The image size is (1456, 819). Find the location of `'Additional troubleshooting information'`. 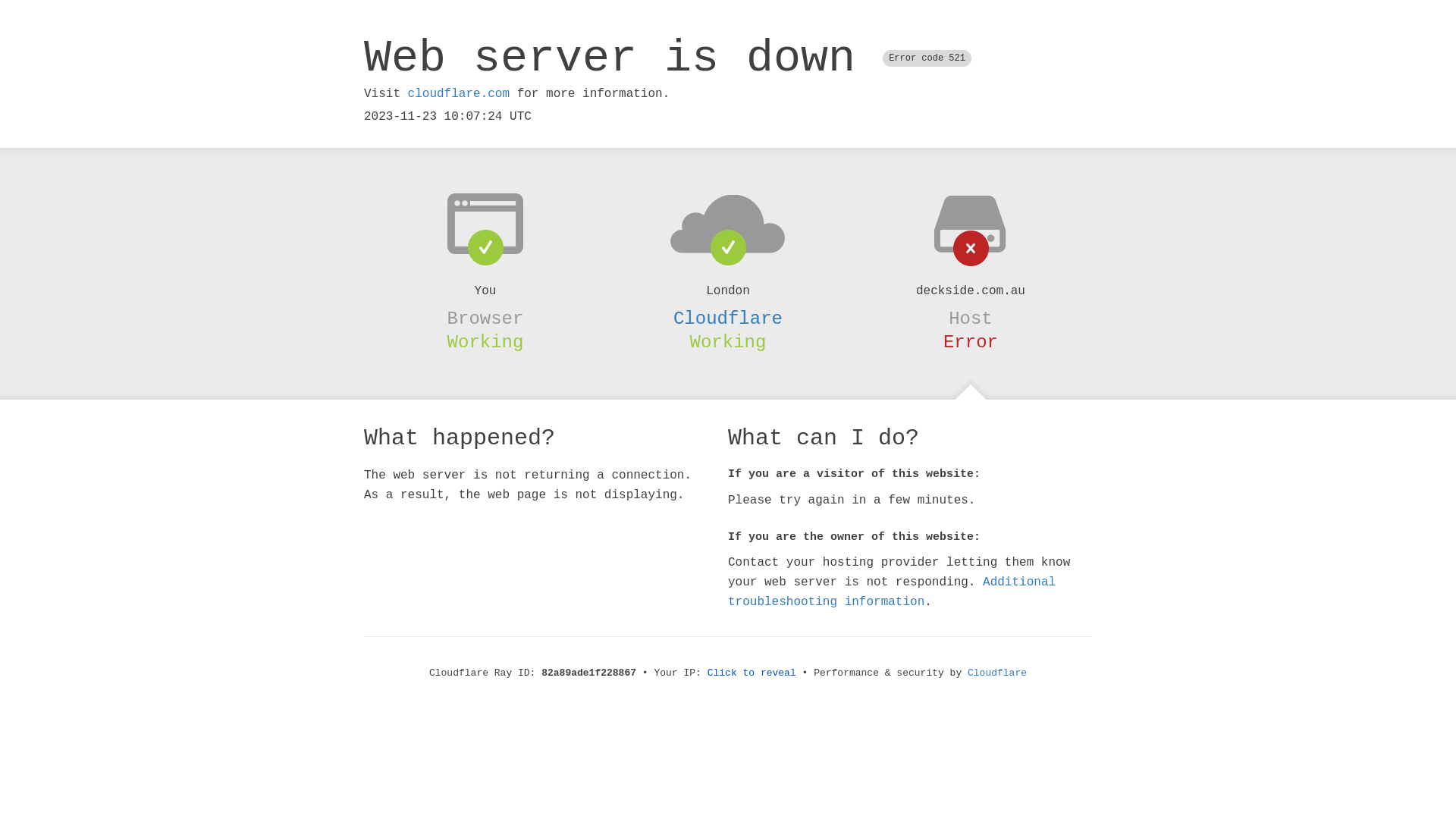

'Additional troubleshooting information' is located at coordinates (892, 591).